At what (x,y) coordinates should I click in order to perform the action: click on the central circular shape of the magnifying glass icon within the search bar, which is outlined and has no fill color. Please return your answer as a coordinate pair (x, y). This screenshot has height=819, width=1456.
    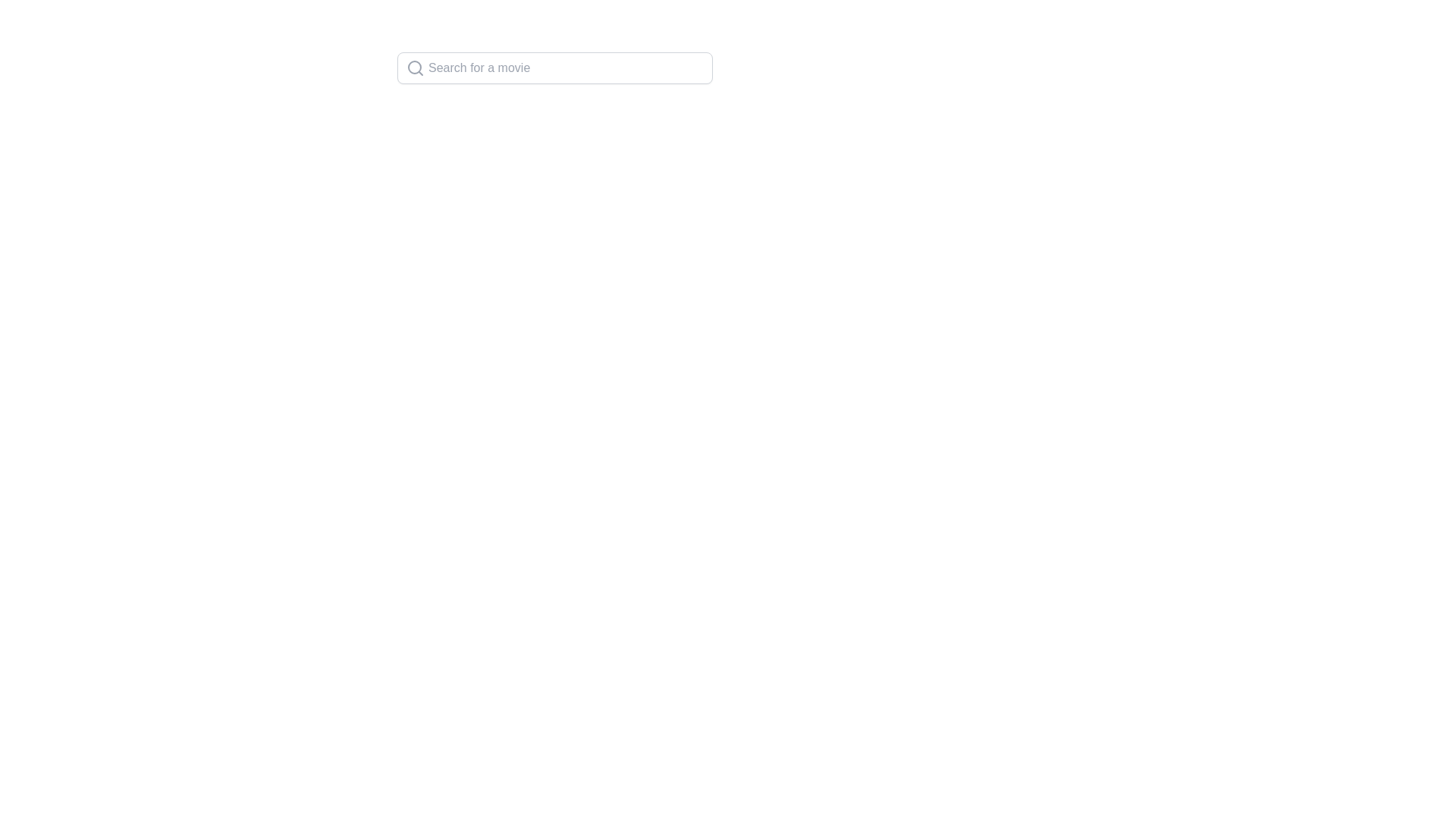
    Looking at the image, I should click on (415, 66).